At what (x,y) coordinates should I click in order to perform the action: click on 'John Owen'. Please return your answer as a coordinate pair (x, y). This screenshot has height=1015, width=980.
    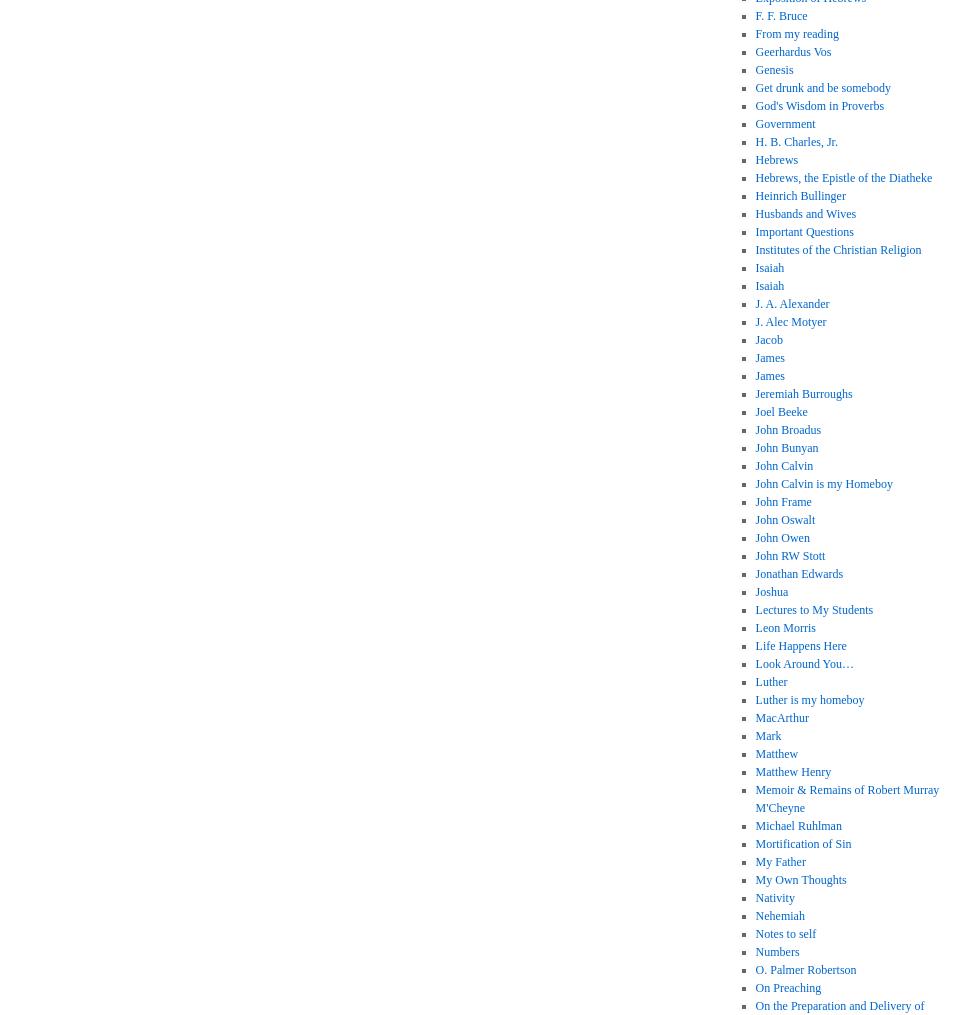
    Looking at the image, I should click on (782, 537).